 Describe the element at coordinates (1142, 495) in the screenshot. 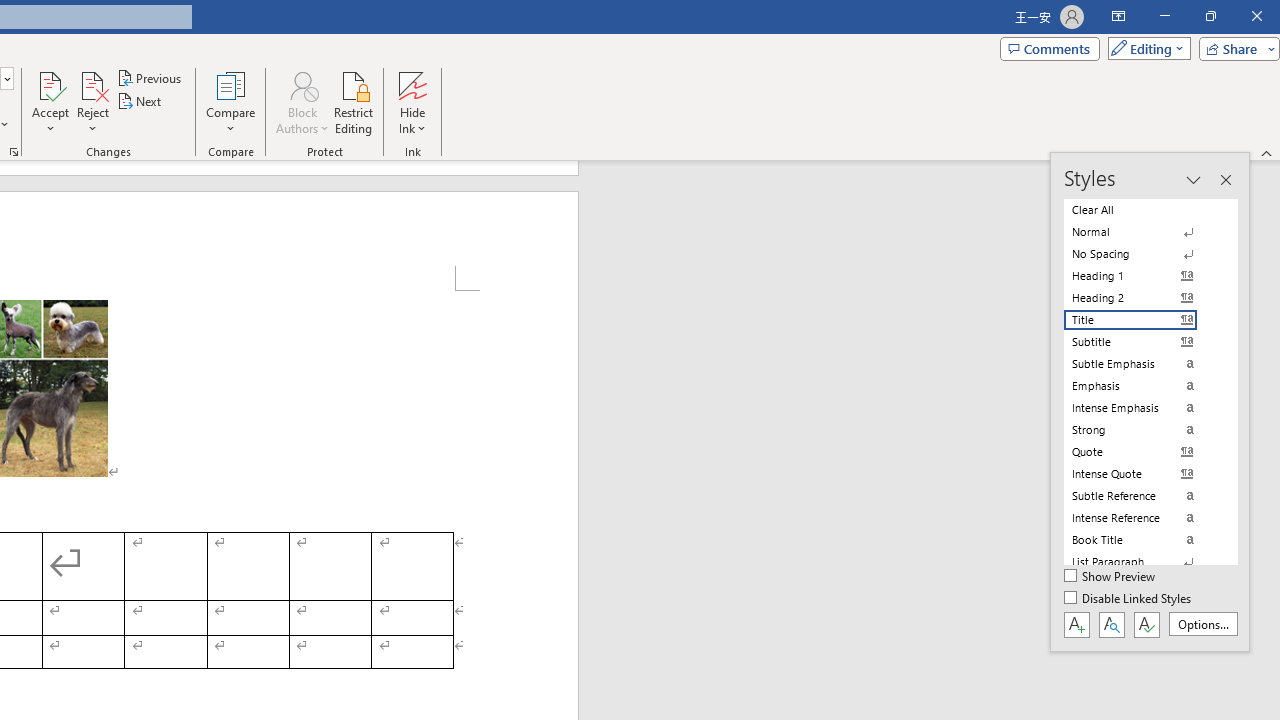

I see `'Subtle Reference'` at that location.